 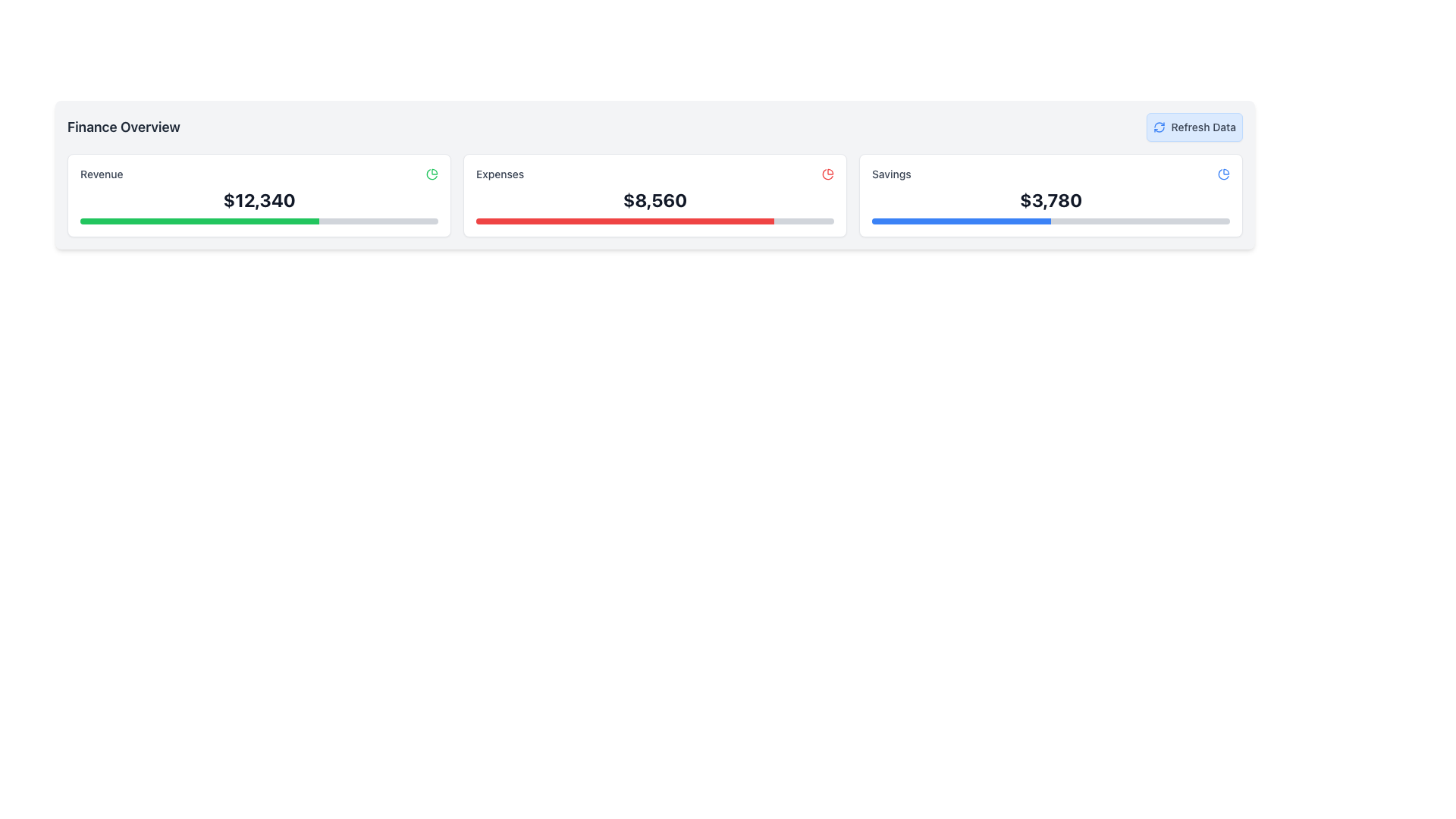 I want to click on monetary value displayed in the bold, large gray text labeled as 'Expenses', located beneath the 'Expenses' label and before the bar graph, so click(x=655, y=199).